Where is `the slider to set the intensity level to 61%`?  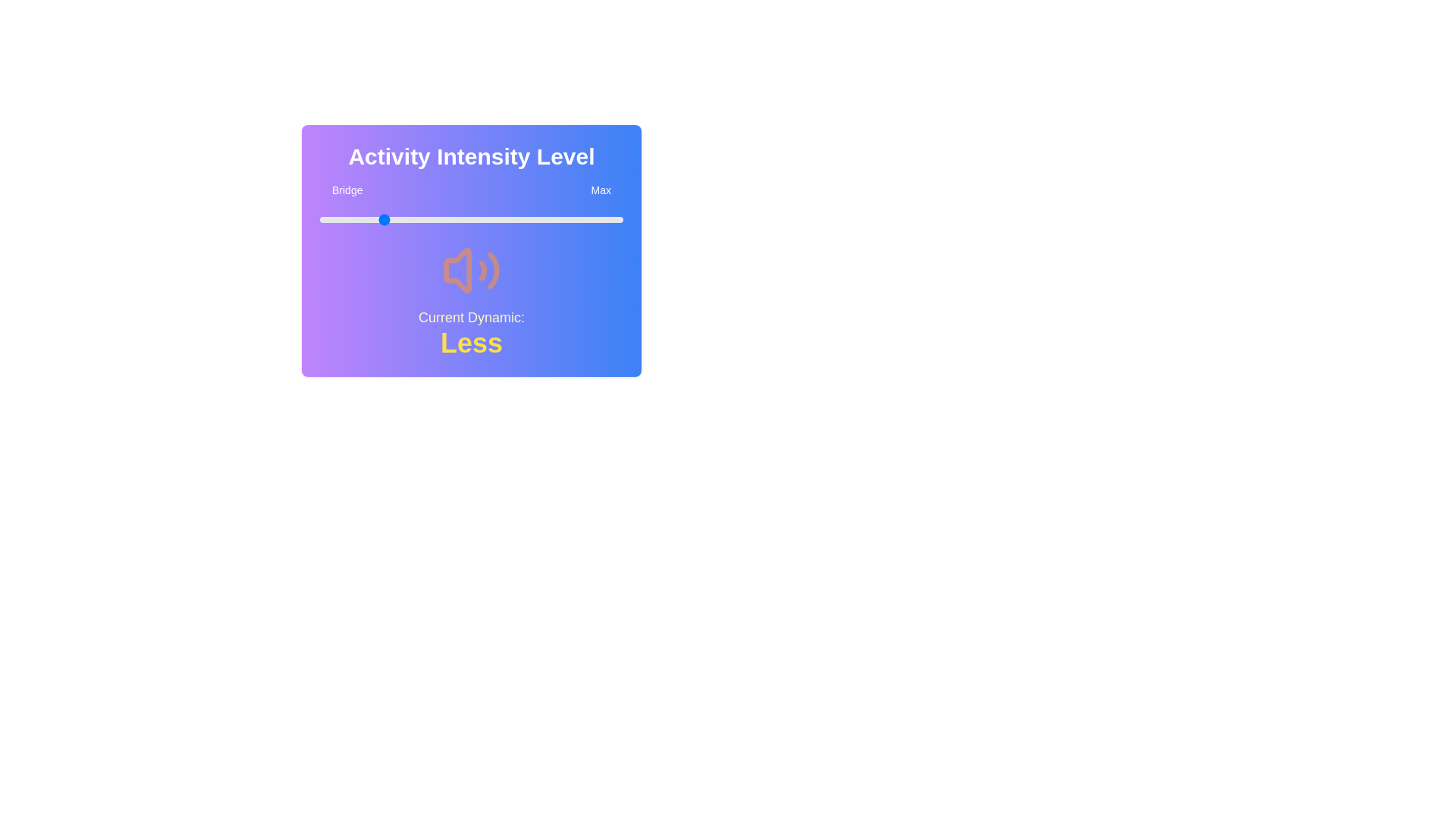 the slider to set the intensity level to 61% is located at coordinates (505, 219).